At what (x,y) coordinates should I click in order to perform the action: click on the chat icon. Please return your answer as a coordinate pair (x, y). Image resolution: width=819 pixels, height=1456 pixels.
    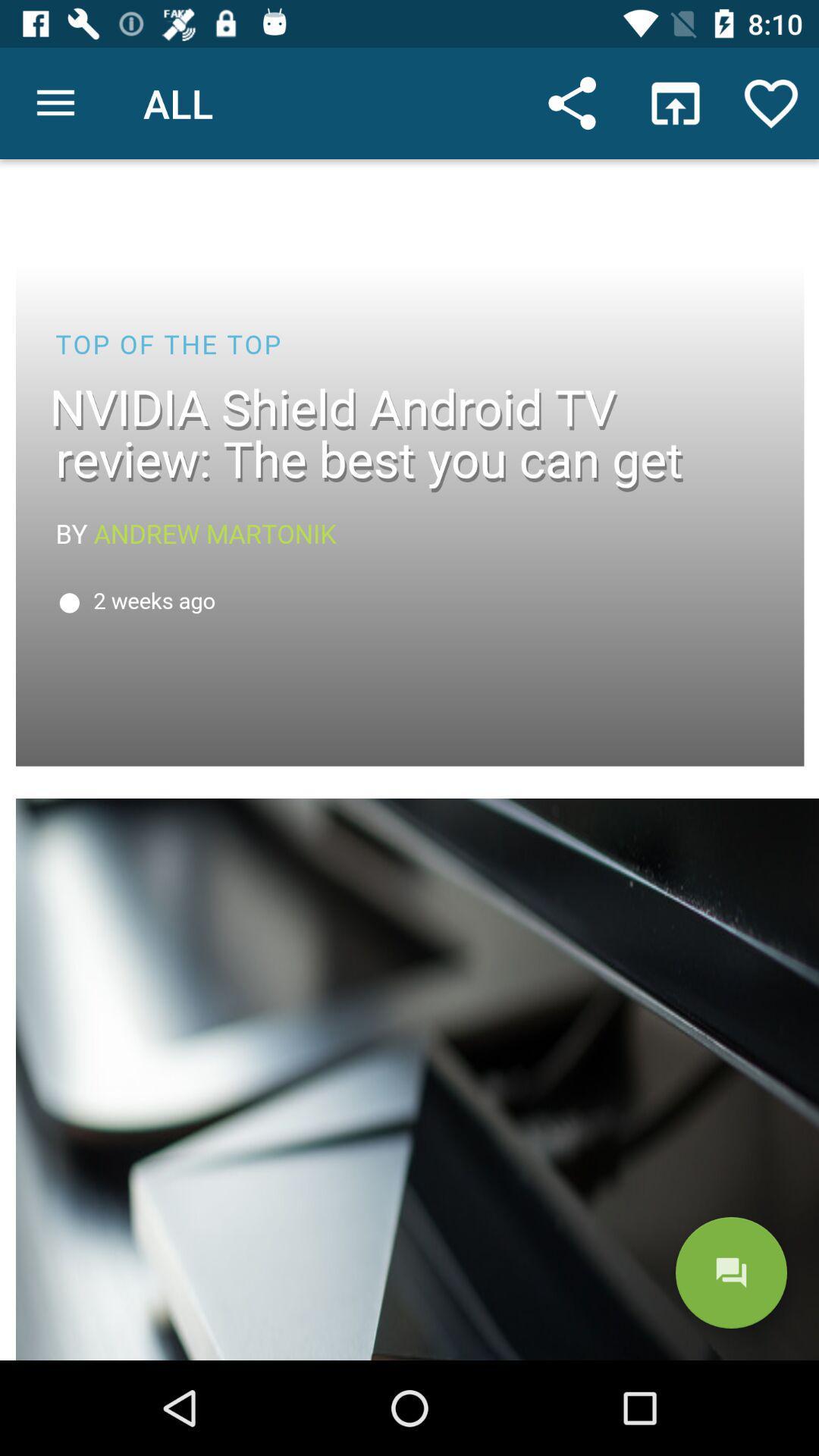
    Looking at the image, I should click on (730, 1272).